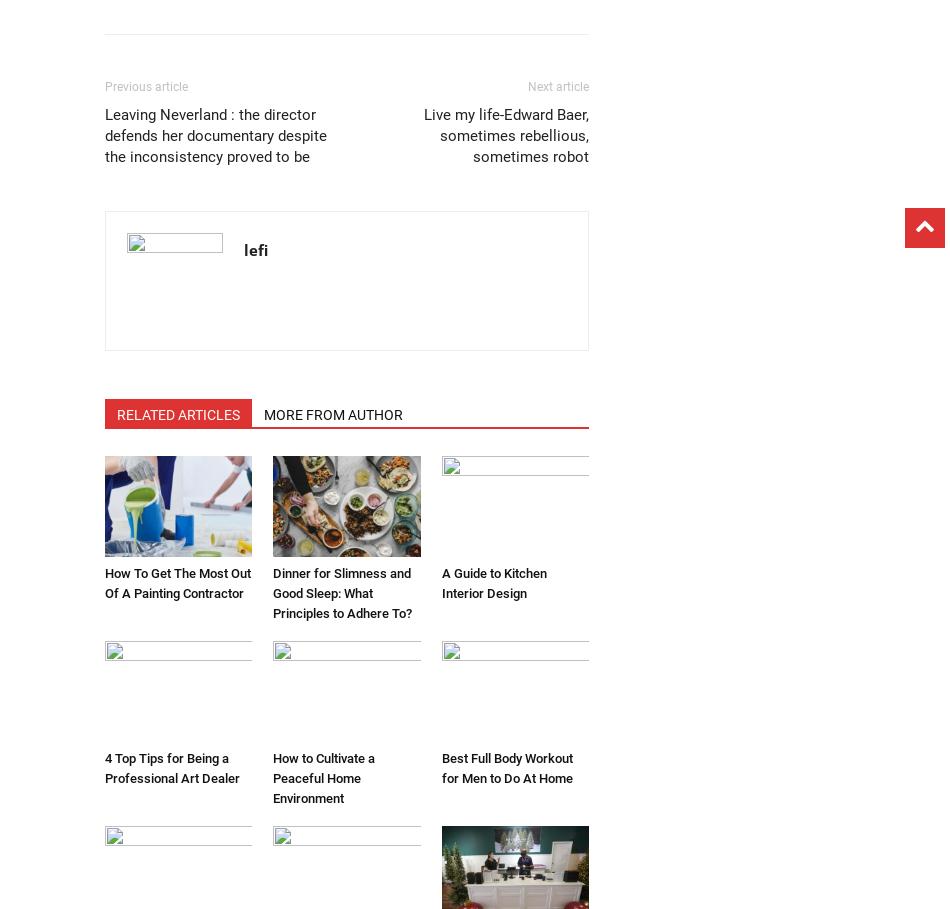 Image resolution: width=950 pixels, height=909 pixels. I want to click on 'Leaving Neverland : the director defends her documentary despite the inconsistency proved to be', so click(216, 134).